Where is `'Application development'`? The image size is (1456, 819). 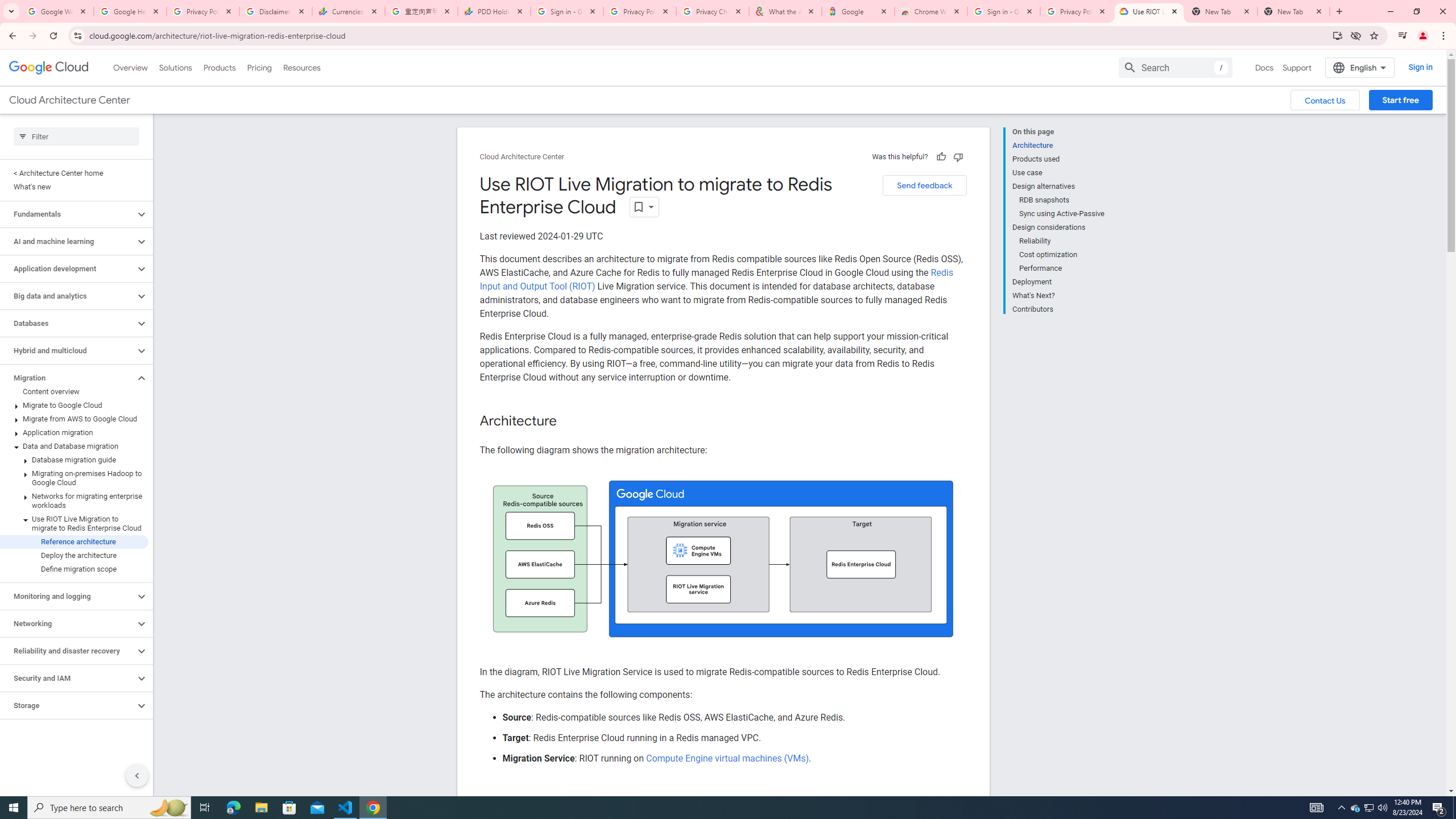
'Application development' is located at coordinates (67, 268).